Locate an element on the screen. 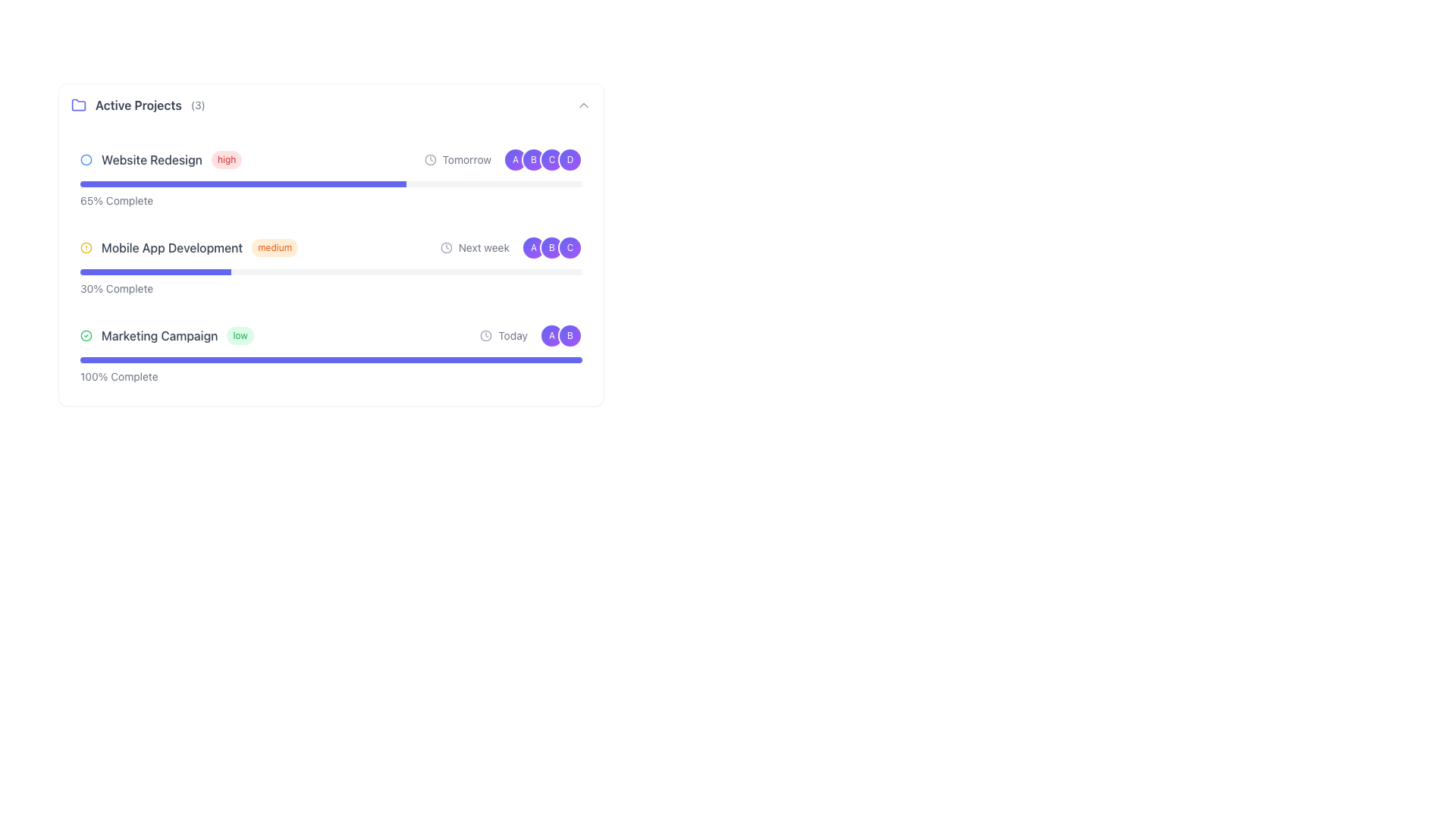 The width and height of the screenshot is (1456, 819). the text button labeled 'high' which is a small rounded rectangle in light red color, positioned next to 'Website Redesign', to associate the priority with the corresponding task is located at coordinates (226, 160).